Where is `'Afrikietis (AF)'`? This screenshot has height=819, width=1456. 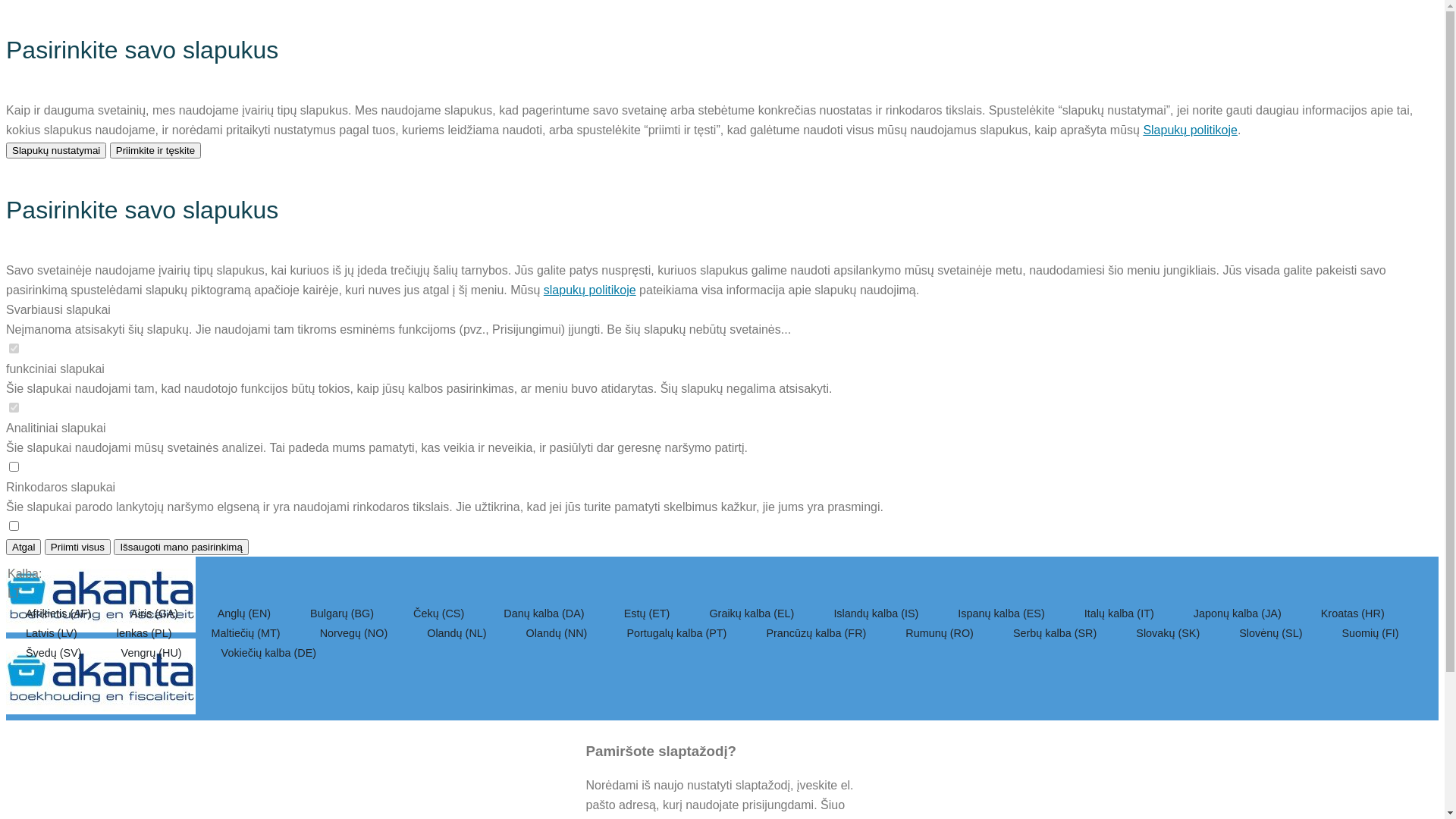
'Afrikietis (AF)' is located at coordinates (59, 613).